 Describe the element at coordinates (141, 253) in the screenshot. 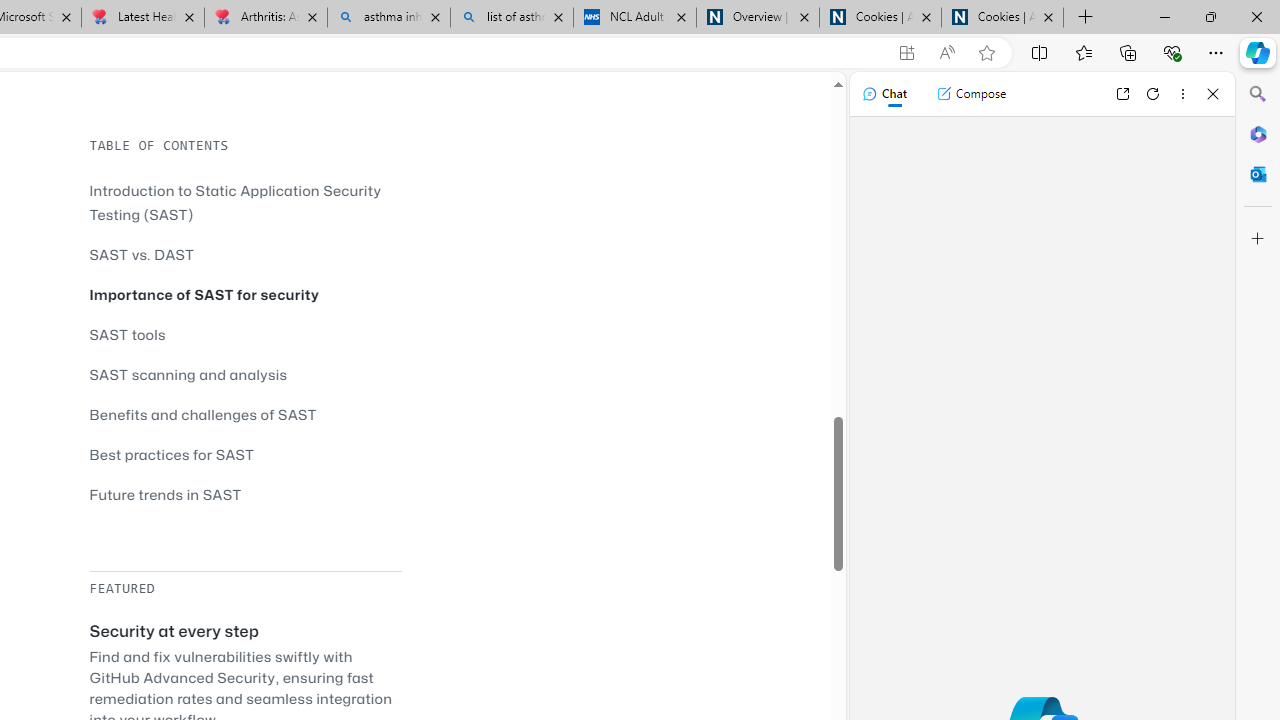

I see `'SAST vs. DAST'` at that location.